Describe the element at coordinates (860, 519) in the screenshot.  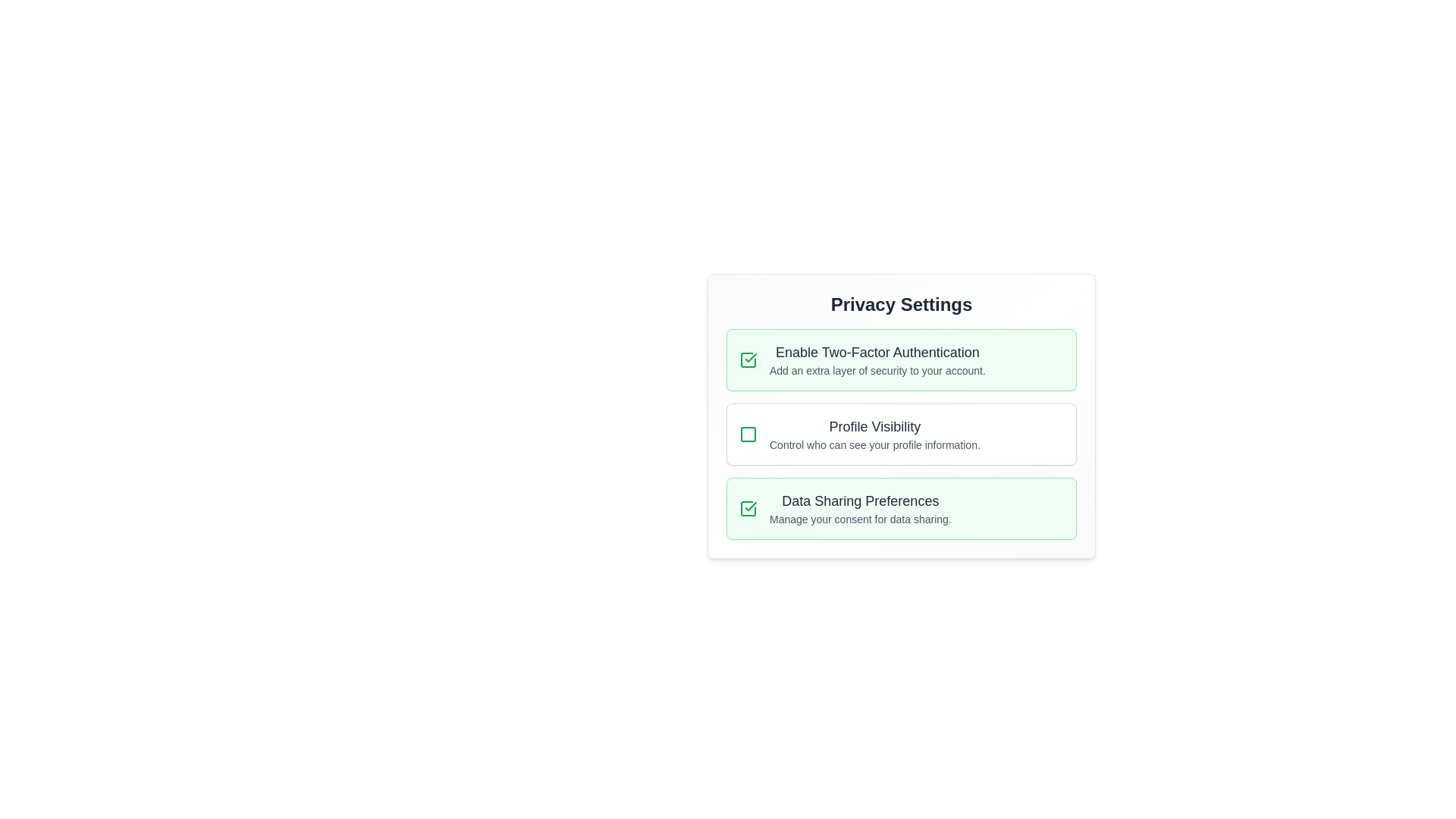
I see `the static text content providing guidance for the 'Data Sharing Preferences' section, located beneath its heading within the card` at that location.